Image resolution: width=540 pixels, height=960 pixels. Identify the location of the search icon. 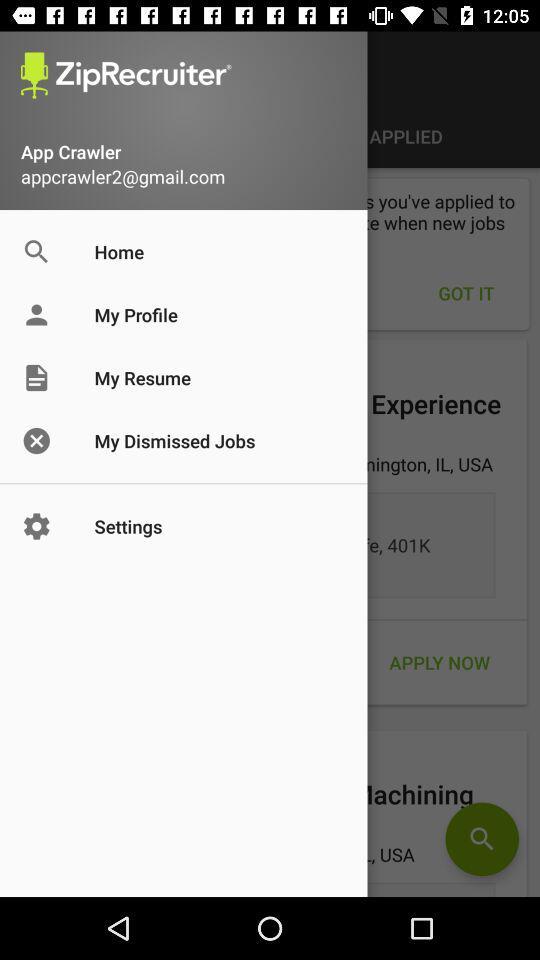
(481, 839).